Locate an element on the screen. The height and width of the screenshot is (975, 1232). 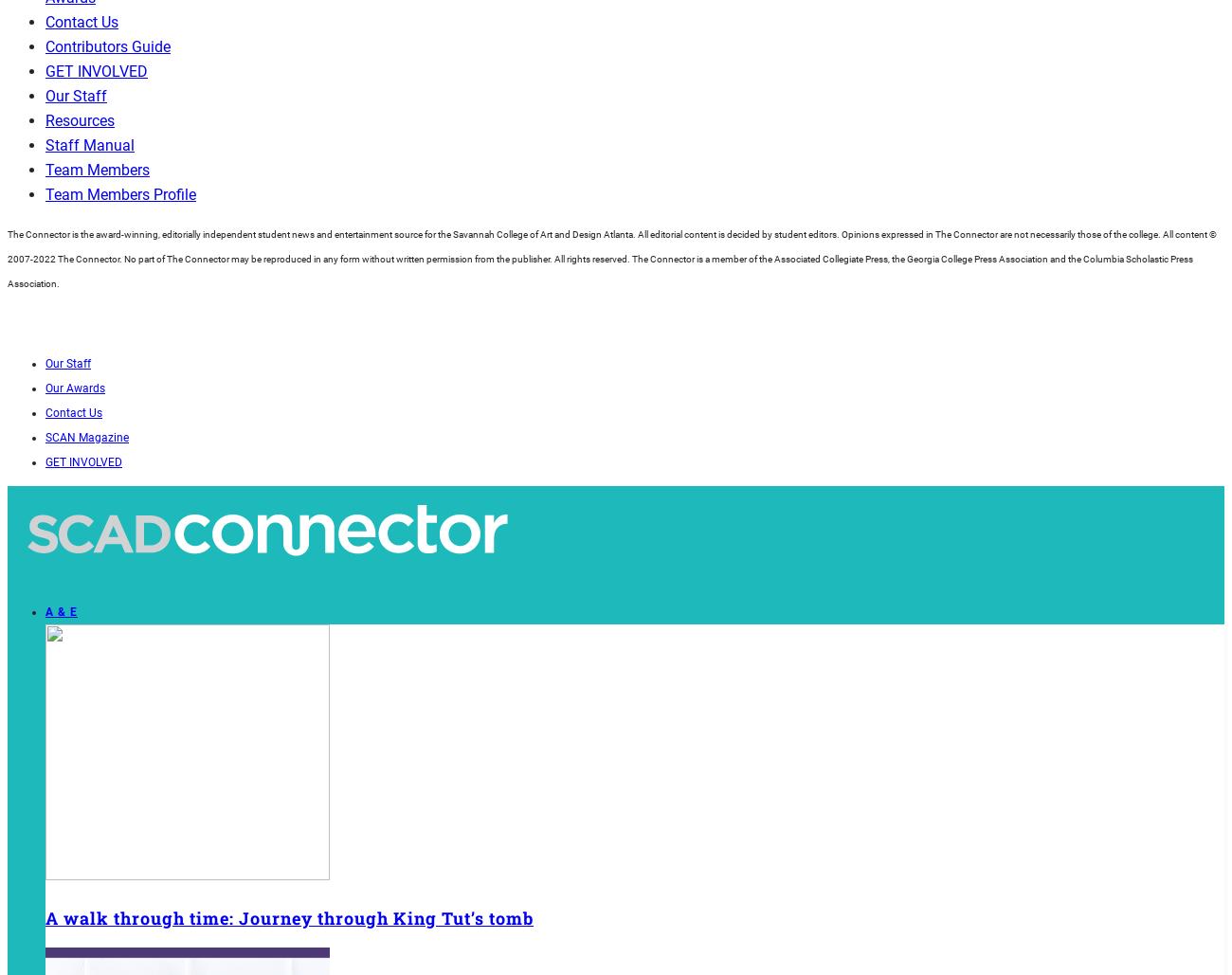
'Staff Manual' is located at coordinates (90, 145).